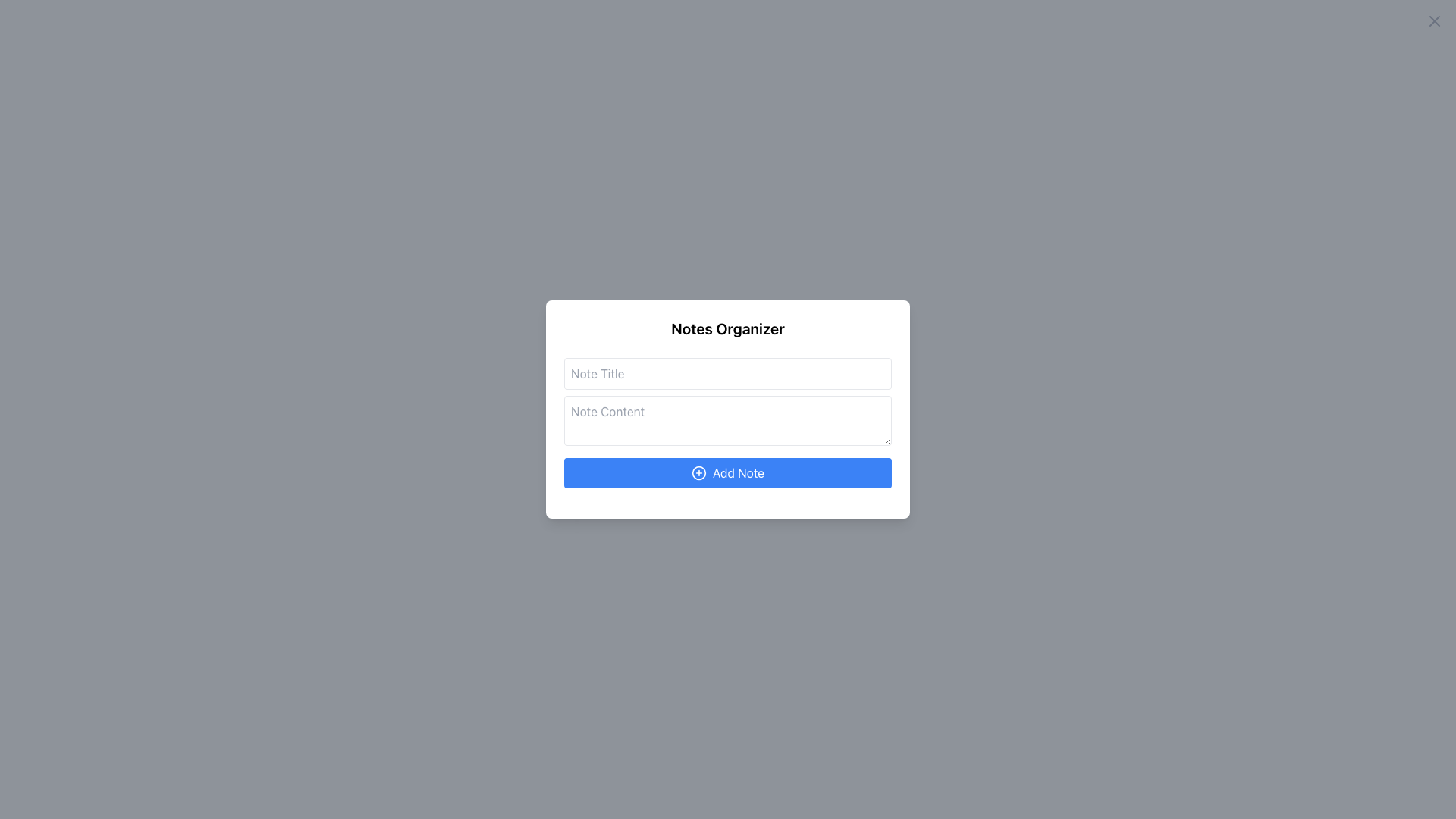 The height and width of the screenshot is (819, 1456). What do you see at coordinates (698, 472) in the screenshot?
I see `the central circle of the '+' symbol icon within the blue 'Add Note' button in the 'Notes Organizer' modal` at bounding box center [698, 472].